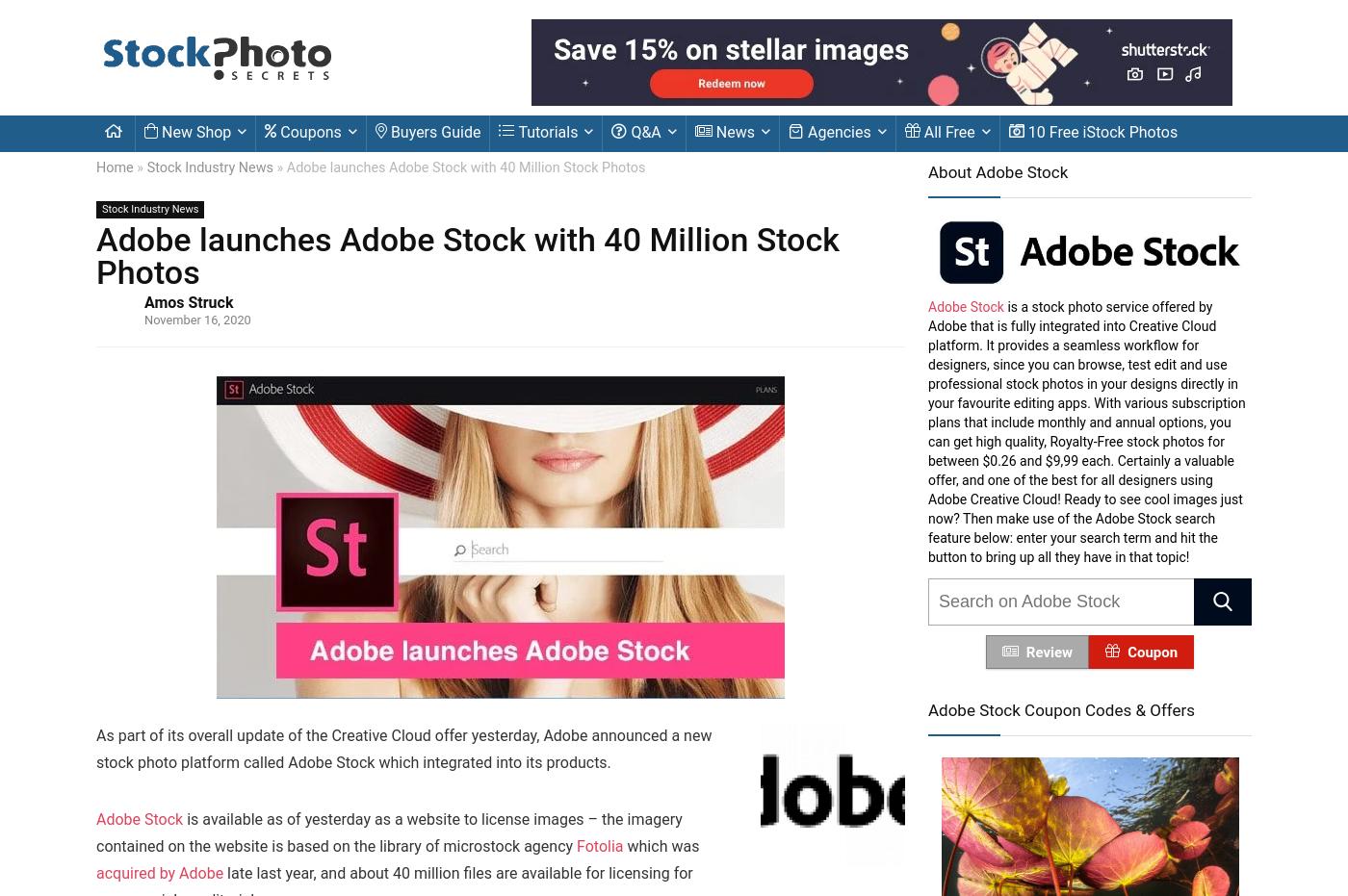 The image size is (1348, 896). What do you see at coordinates (543, 567) in the screenshot?
I see `'I am a publisher and entrepreneur in the stock imagery field. I focus on providing knowledge and solutions for buyers, contributors and agencies, aiming at contributing to the growth and development of the industry. I am the founder and editor of Stock Photo Press, one of the largest networks of online magazines in the industry. I am the founder of Microstock Expo, the only conference dedicated to the microstock segment. I created several software solutions in stock photography like WordPress plugins. Plus I am a recurrent speaker at Photokina Official Stage, and an industry consultant at StockPhotoInsight. I am passionate about technology, marketing and visual imagery.'` at bounding box center [543, 567].